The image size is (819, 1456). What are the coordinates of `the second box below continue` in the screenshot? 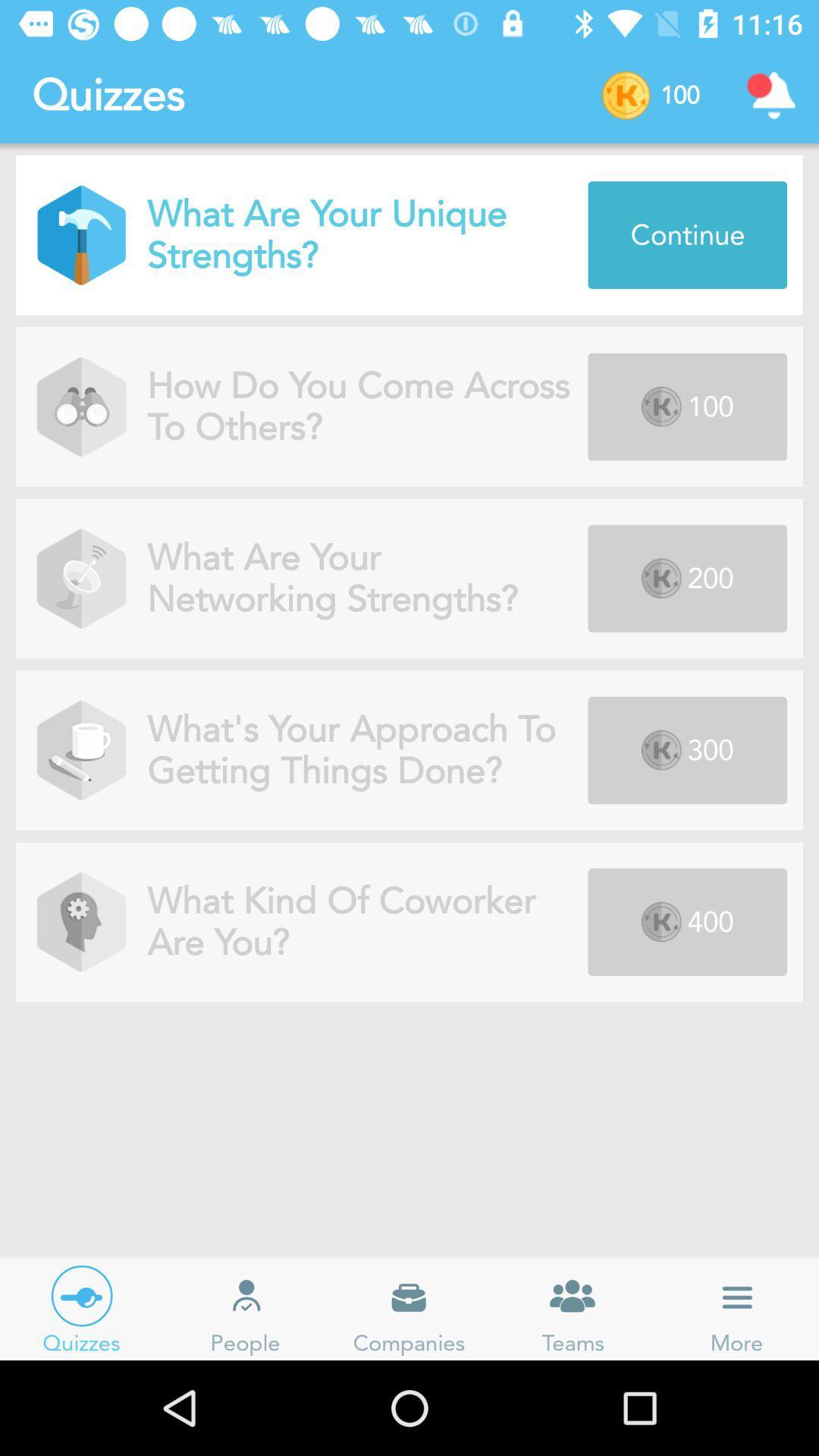 It's located at (687, 578).